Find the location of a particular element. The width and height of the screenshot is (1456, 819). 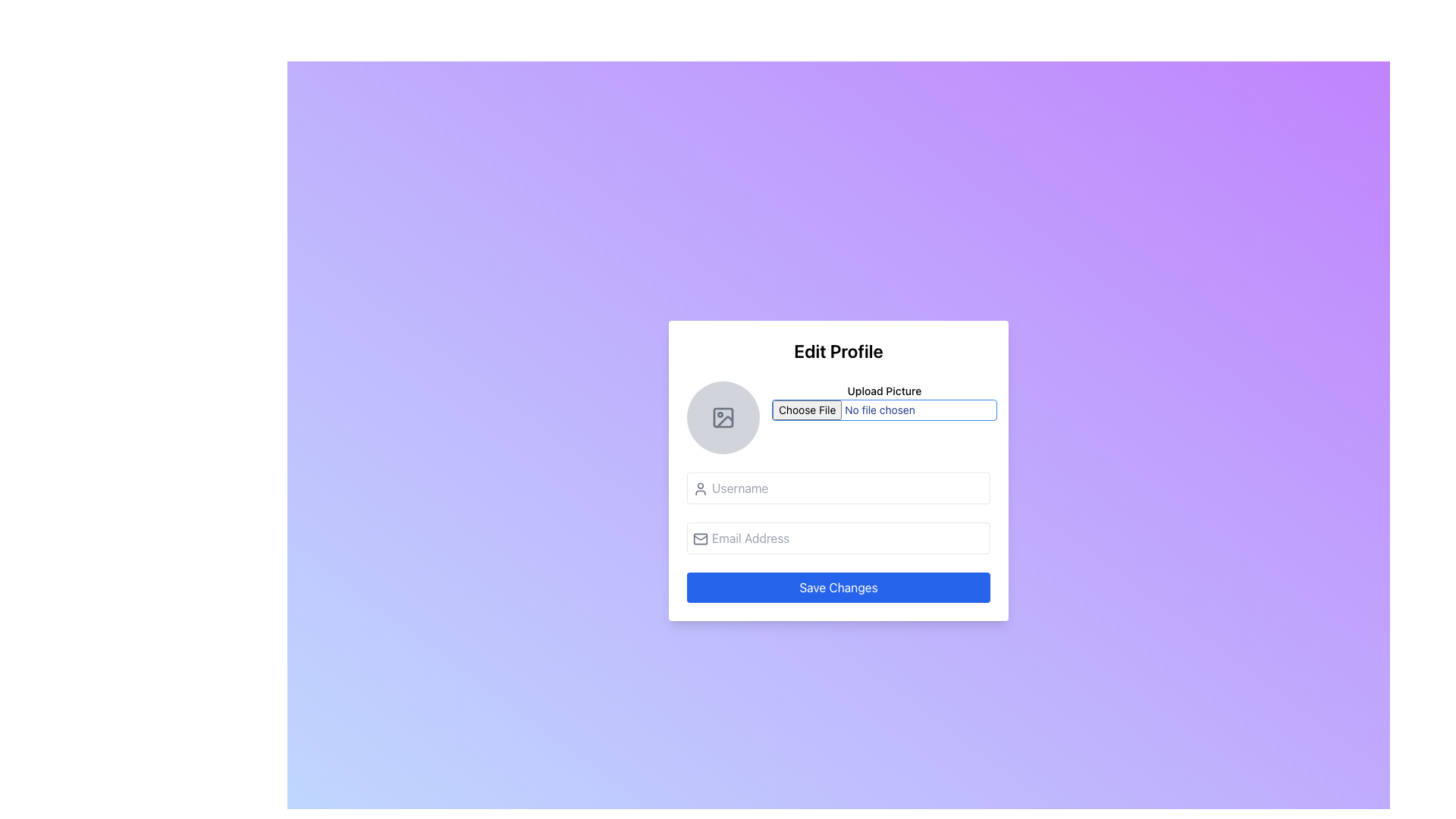

an image file into the Image Placeholder button, which is a circular button with a light gray background and an icon representing a photo frame located at the top-left corner of the form card is located at coordinates (723, 418).